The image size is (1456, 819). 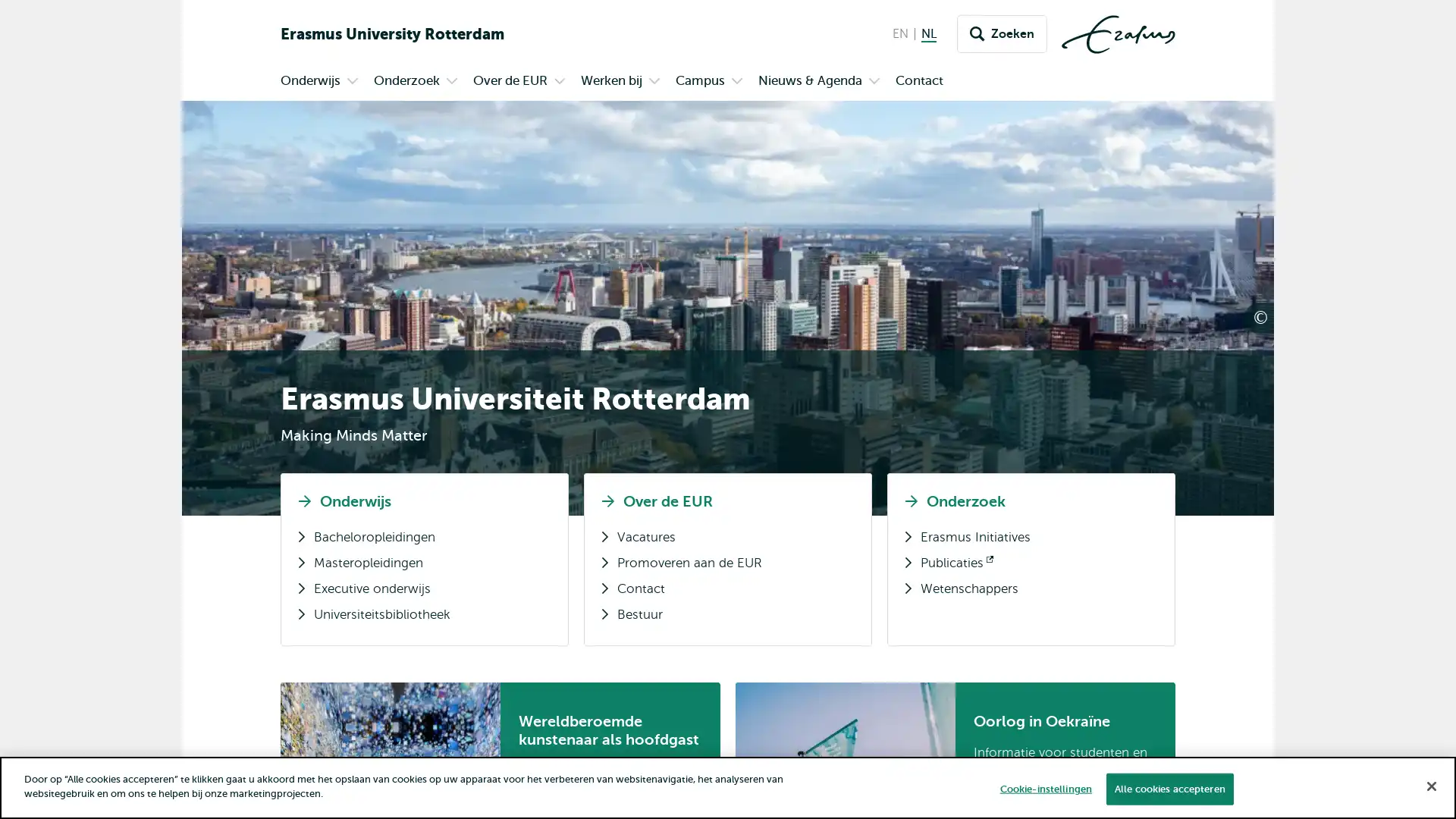 I want to click on Open submenu, so click(x=352, y=82).